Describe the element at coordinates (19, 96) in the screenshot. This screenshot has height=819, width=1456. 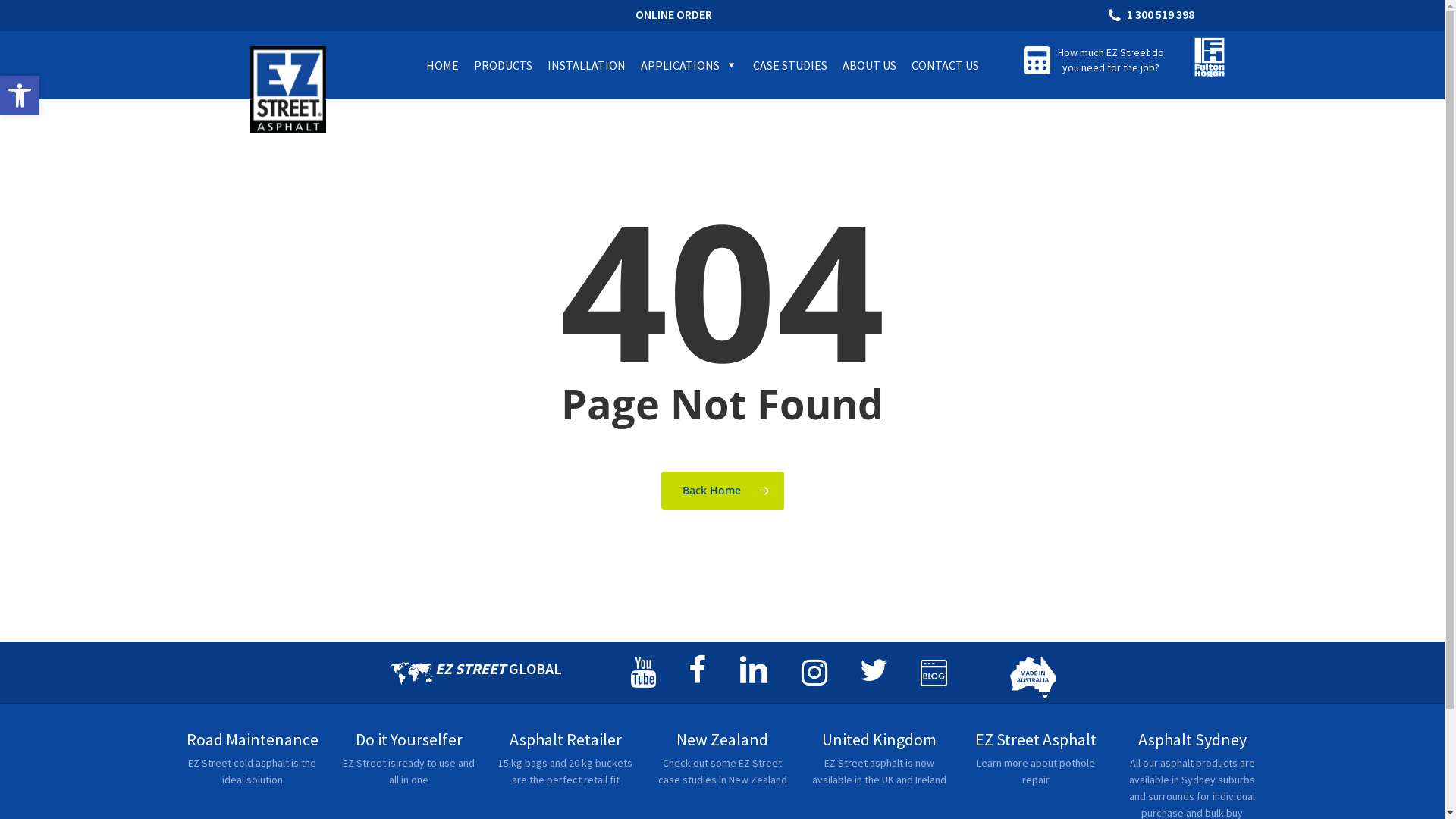
I see `'Open toolbar` at that location.